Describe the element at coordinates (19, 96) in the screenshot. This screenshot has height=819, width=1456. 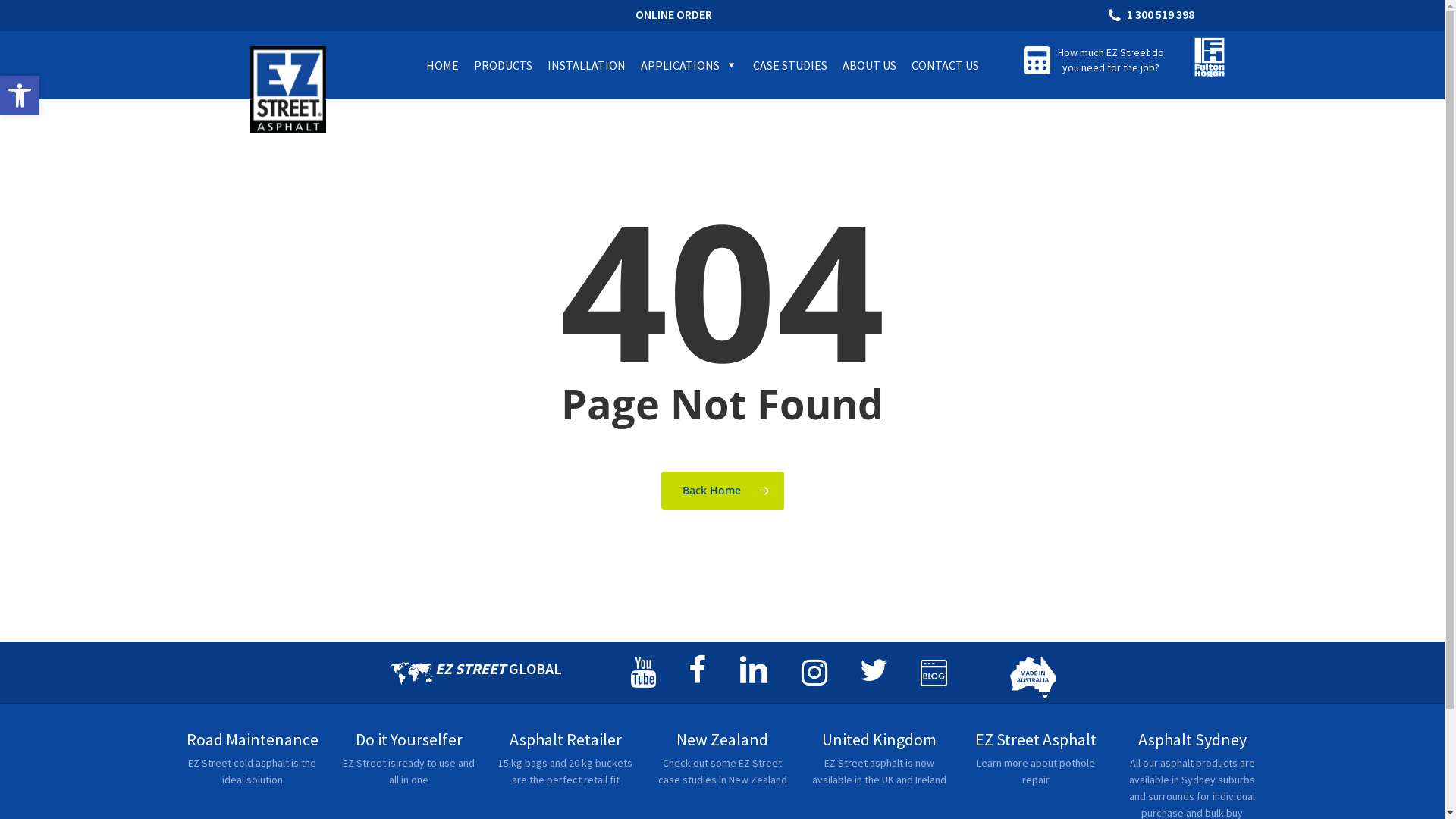
I see `'Open toolbar` at that location.